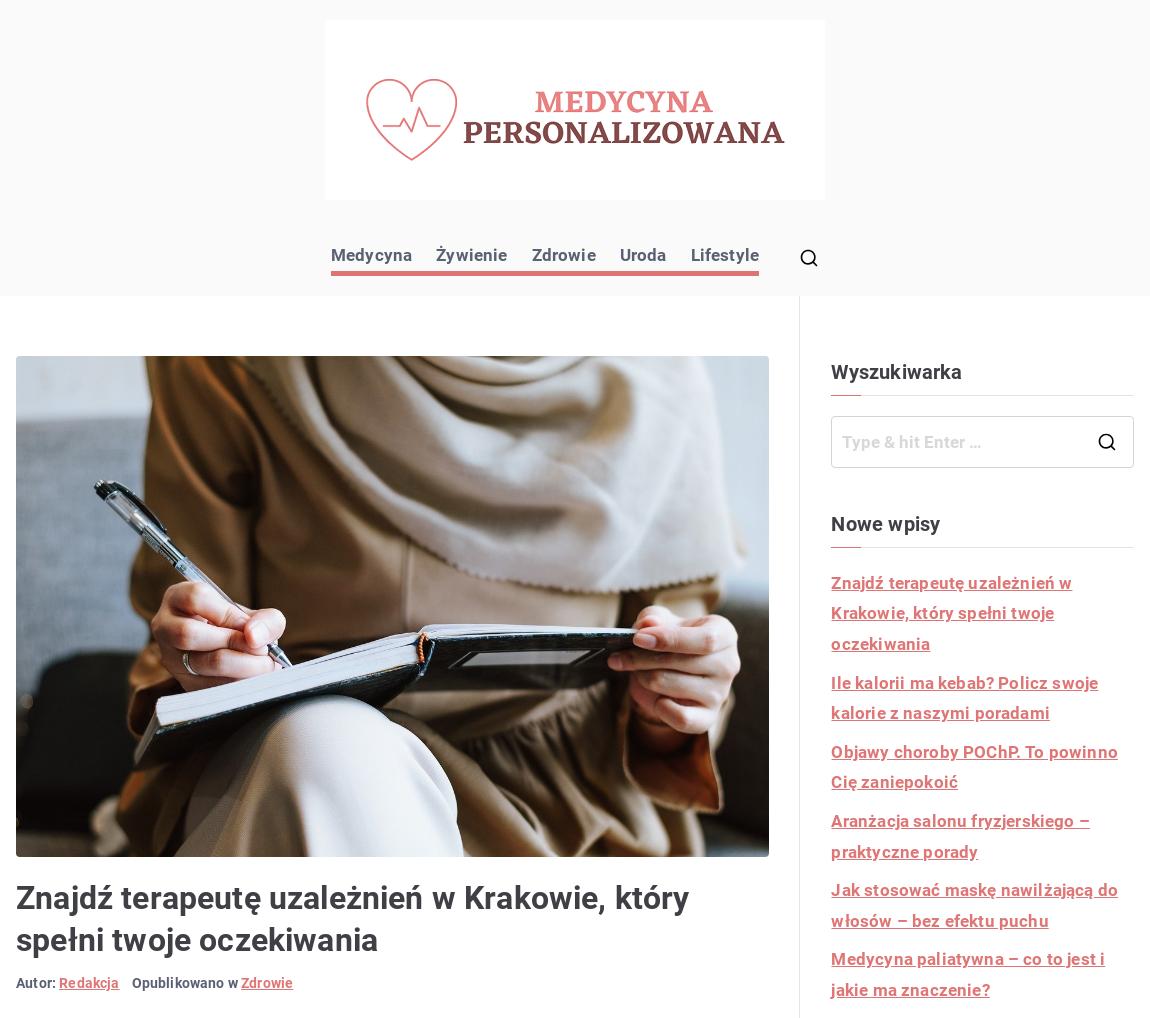 The width and height of the screenshot is (1150, 1018). I want to click on 'Wyszukiwarka', so click(896, 371).